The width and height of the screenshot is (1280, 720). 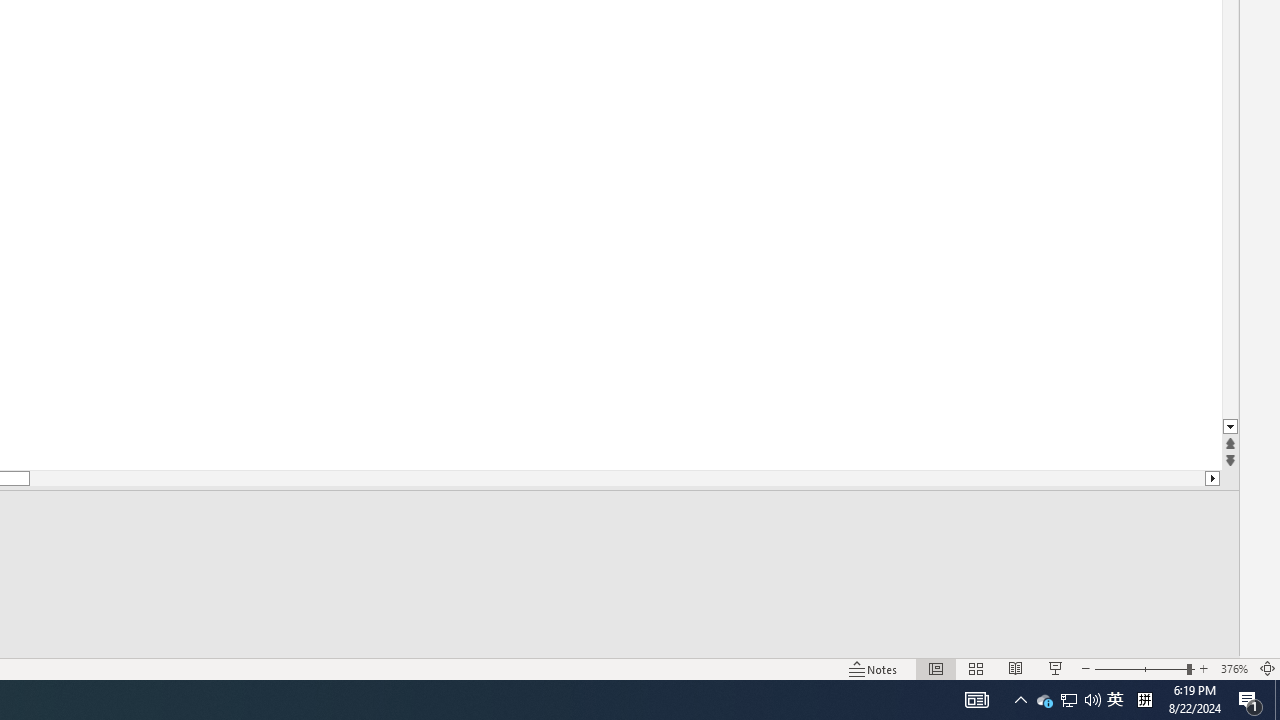 I want to click on 'Line down', so click(x=1229, y=426).